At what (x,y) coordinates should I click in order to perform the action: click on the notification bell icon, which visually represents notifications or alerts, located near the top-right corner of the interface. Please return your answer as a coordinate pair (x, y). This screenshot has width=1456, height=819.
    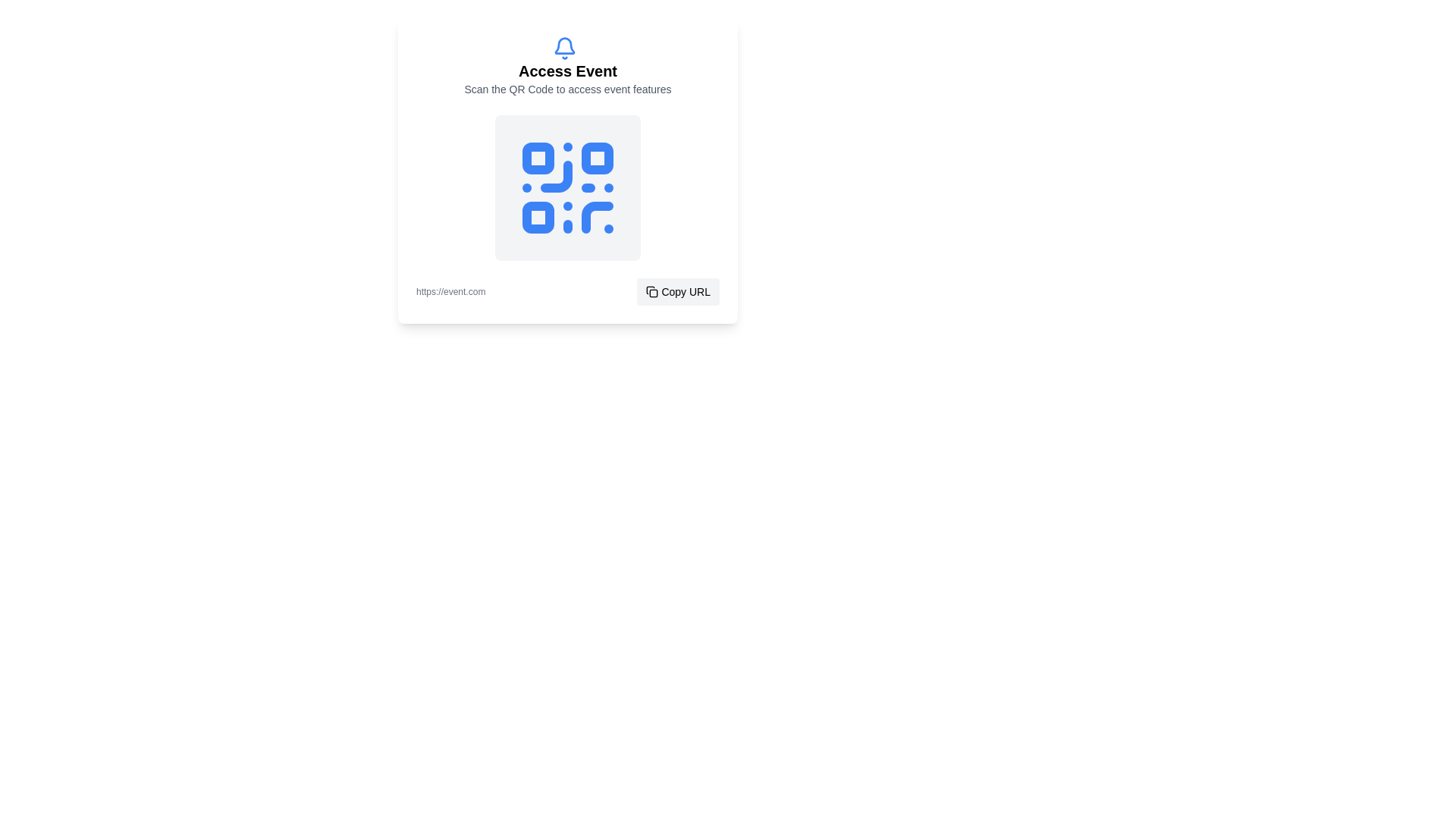
    Looking at the image, I should click on (563, 45).